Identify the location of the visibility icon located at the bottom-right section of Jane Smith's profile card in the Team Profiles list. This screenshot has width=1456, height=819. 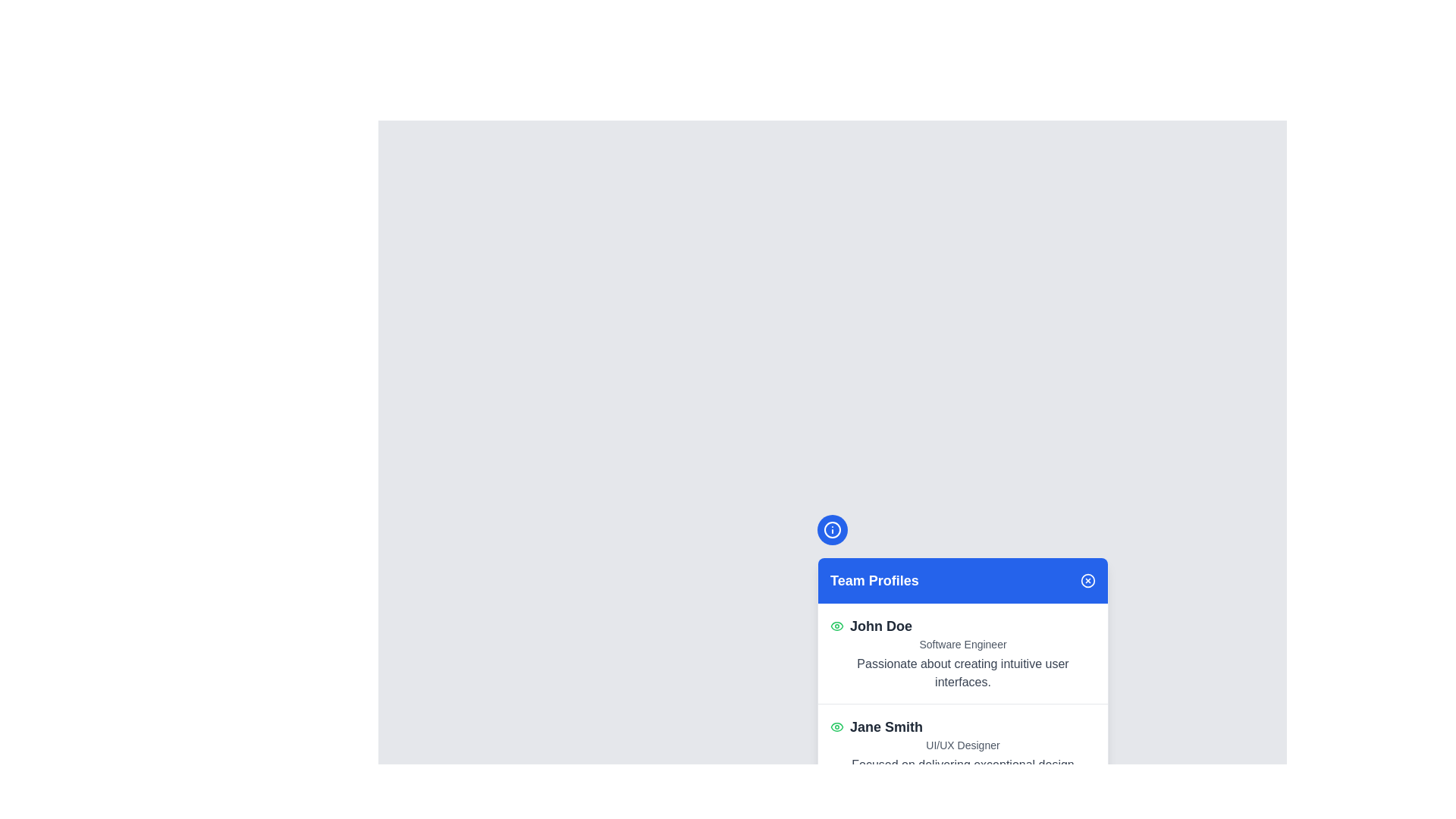
(836, 626).